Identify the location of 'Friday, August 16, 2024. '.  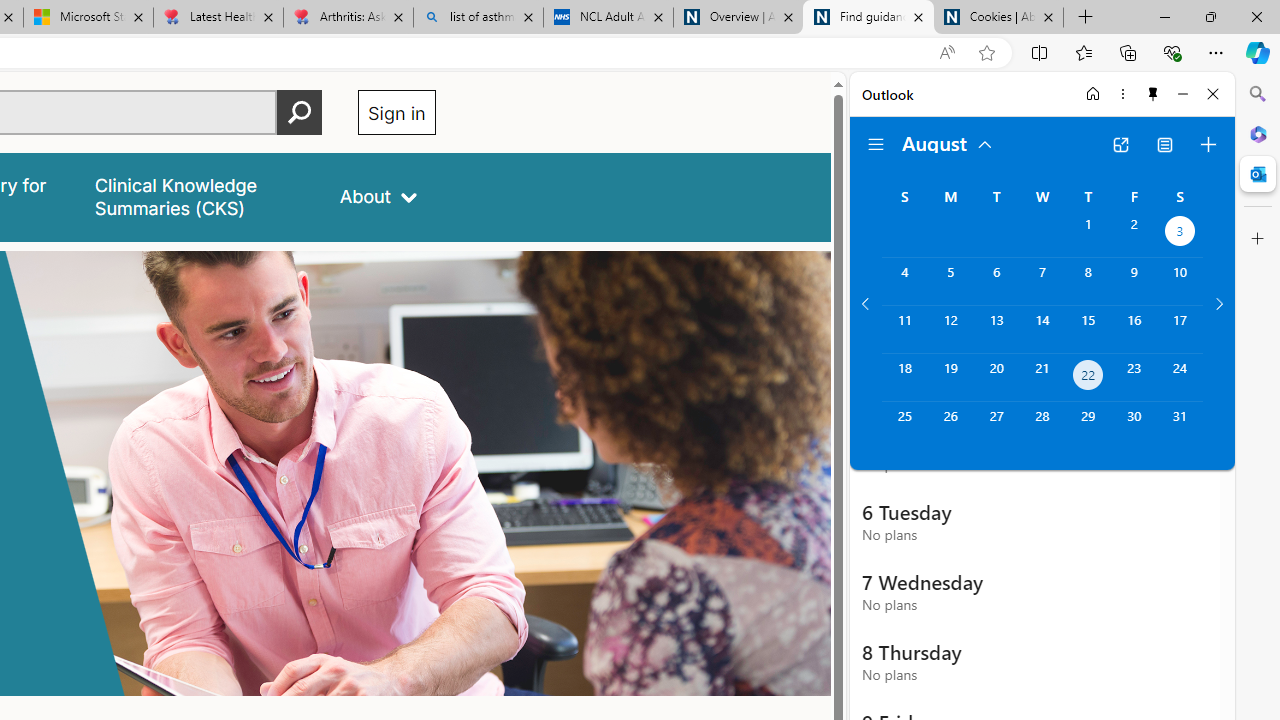
(1134, 328).